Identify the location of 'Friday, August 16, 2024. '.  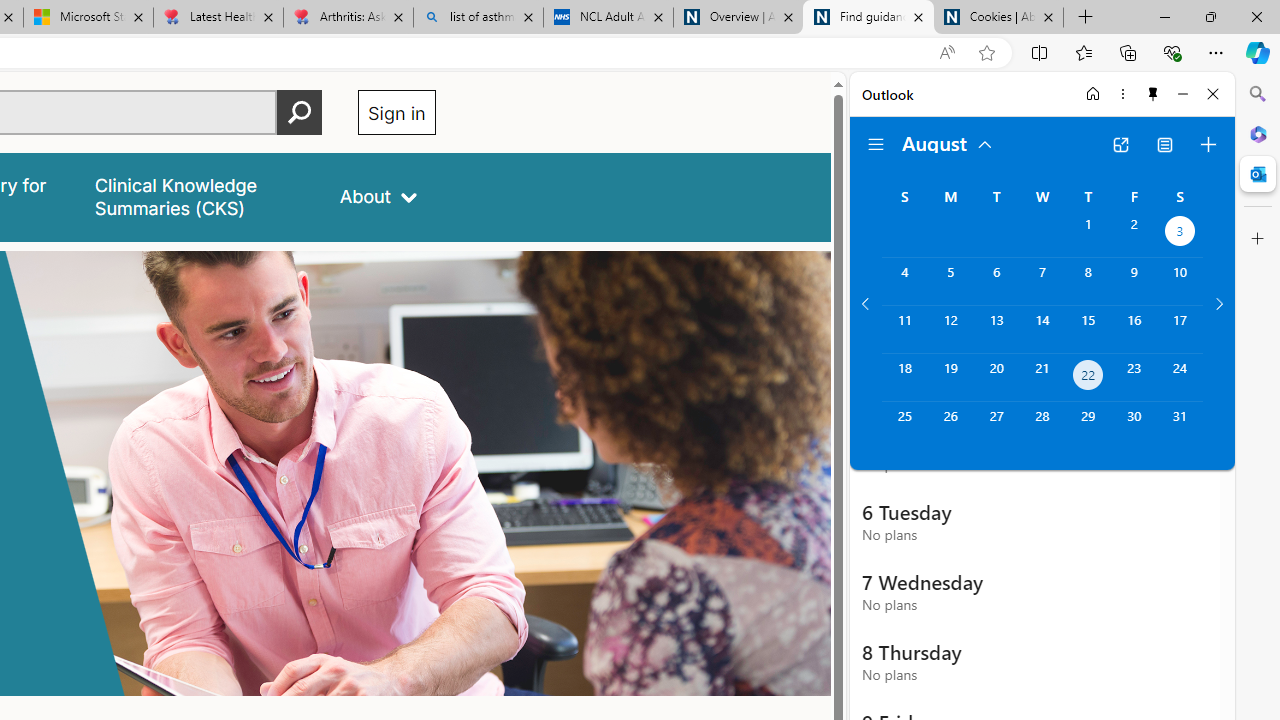
(1134, 328).